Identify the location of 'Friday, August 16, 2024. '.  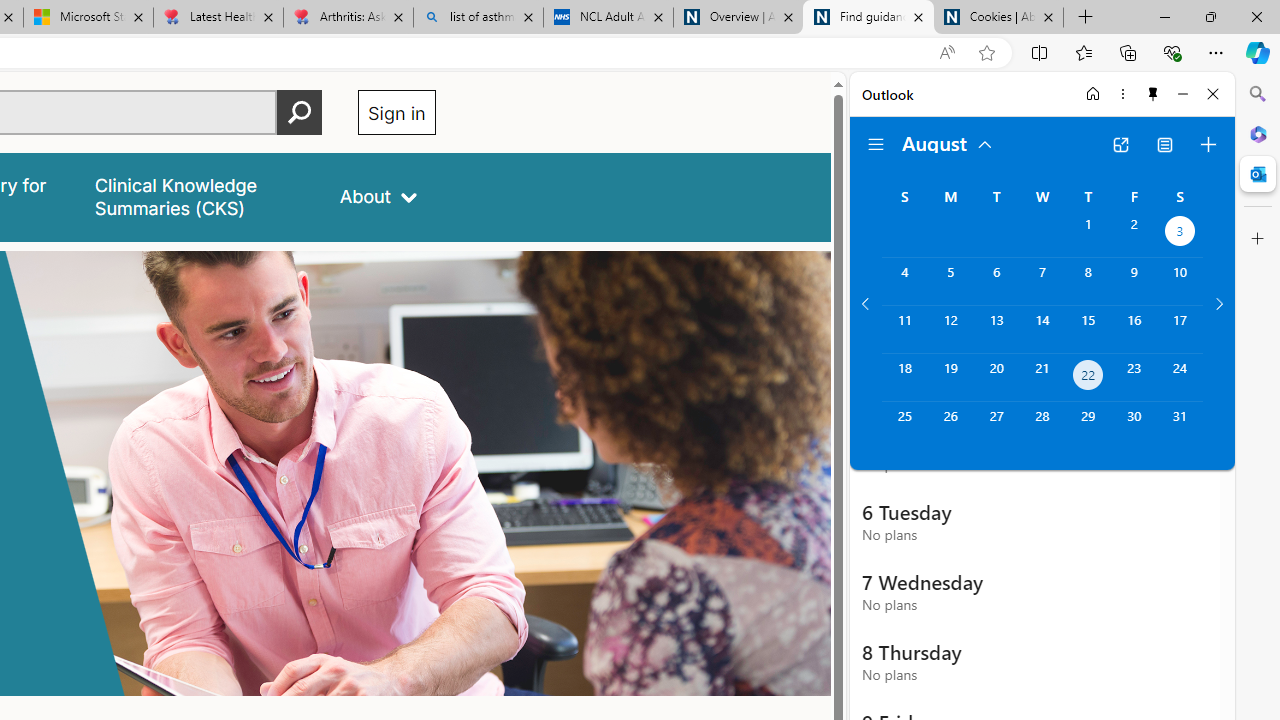
(1134, 328).